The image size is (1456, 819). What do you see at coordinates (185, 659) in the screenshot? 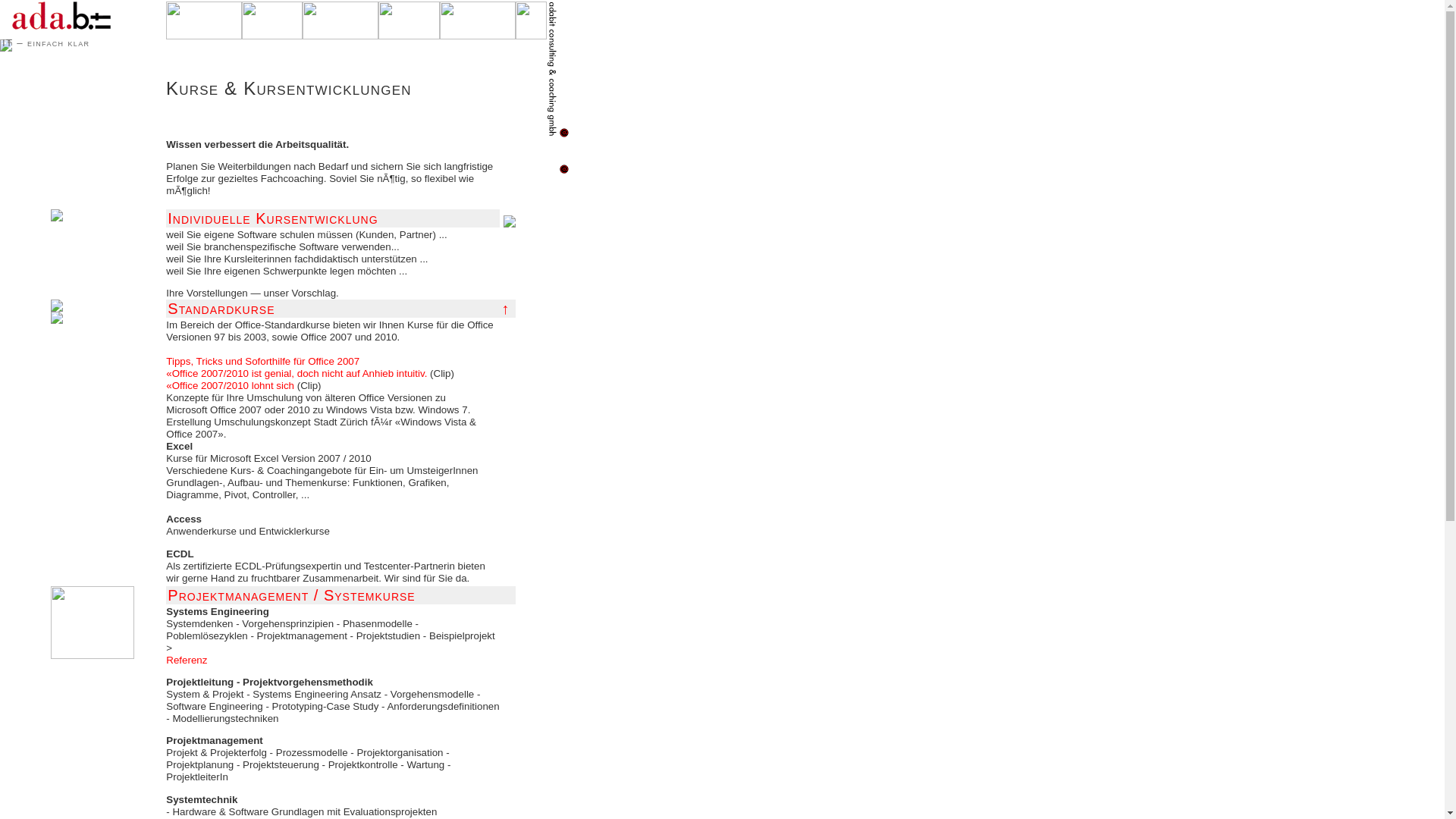
I see `'Referenz'` at bounding box center [185, 659].